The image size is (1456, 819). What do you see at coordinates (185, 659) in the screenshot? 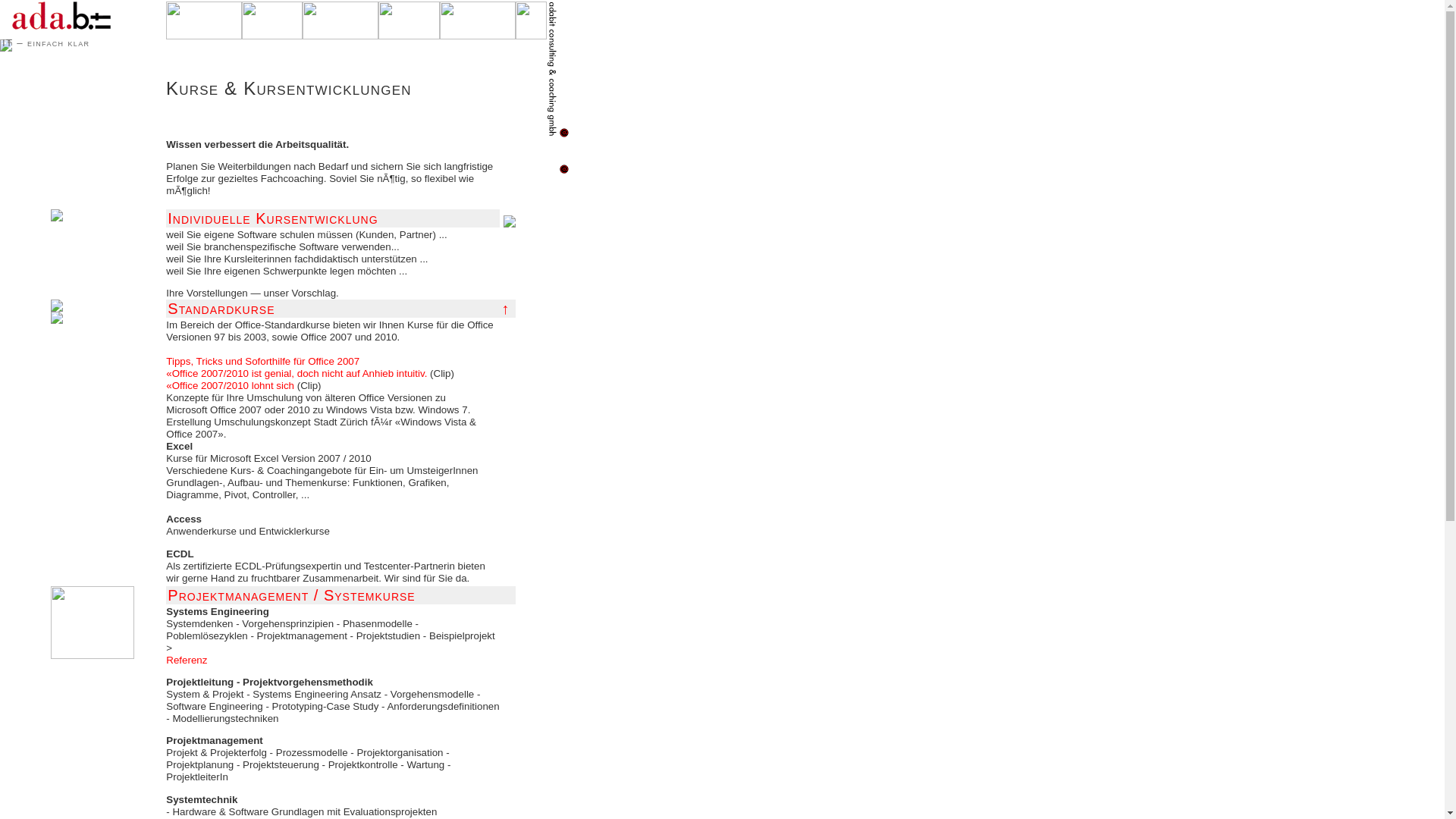
I see `'Referenz'` at bounding box center [185, 659].